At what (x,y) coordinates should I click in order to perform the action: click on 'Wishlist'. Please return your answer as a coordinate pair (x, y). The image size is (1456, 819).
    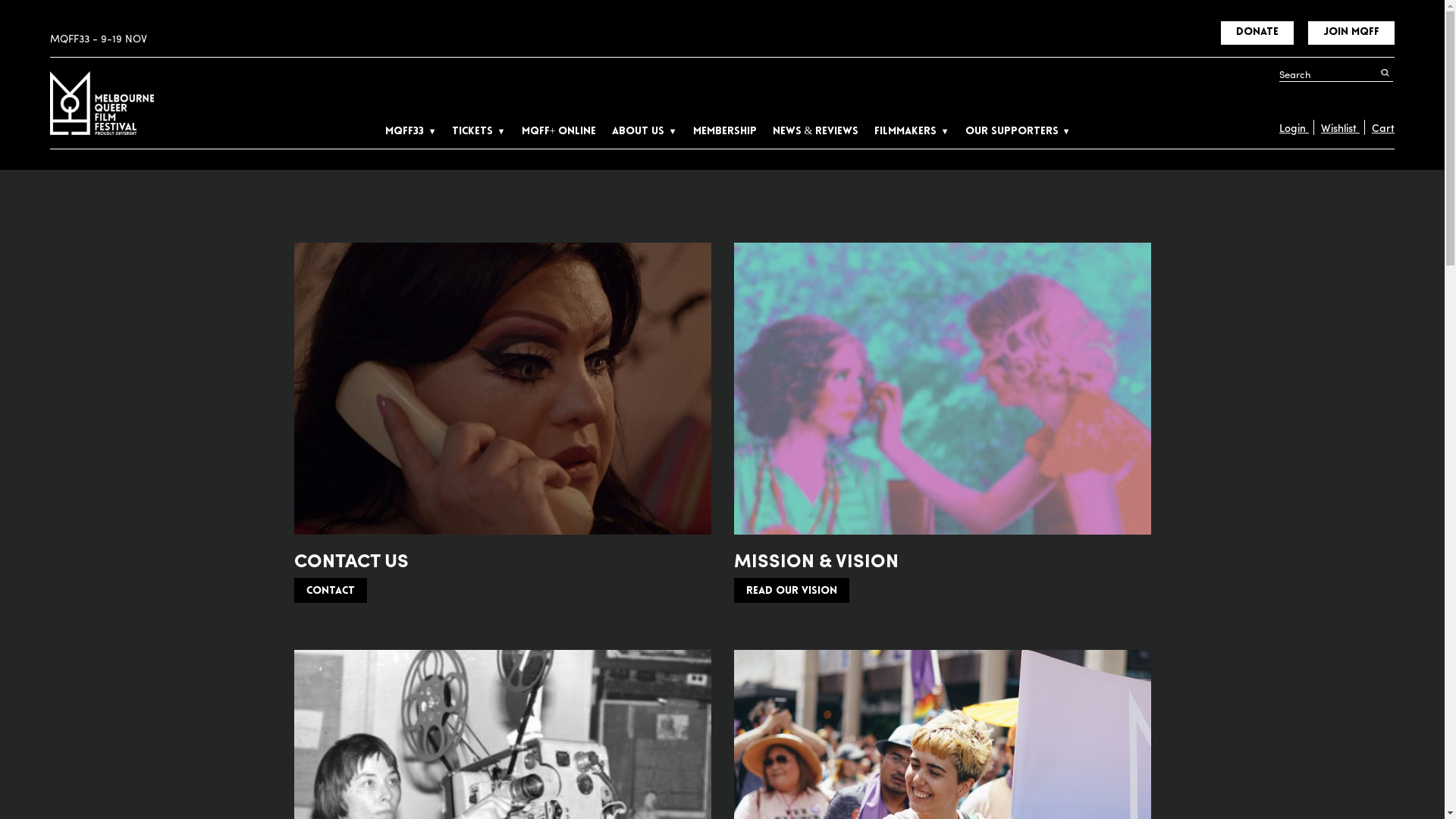
    Looking at the image, I should click on (1313, 127).